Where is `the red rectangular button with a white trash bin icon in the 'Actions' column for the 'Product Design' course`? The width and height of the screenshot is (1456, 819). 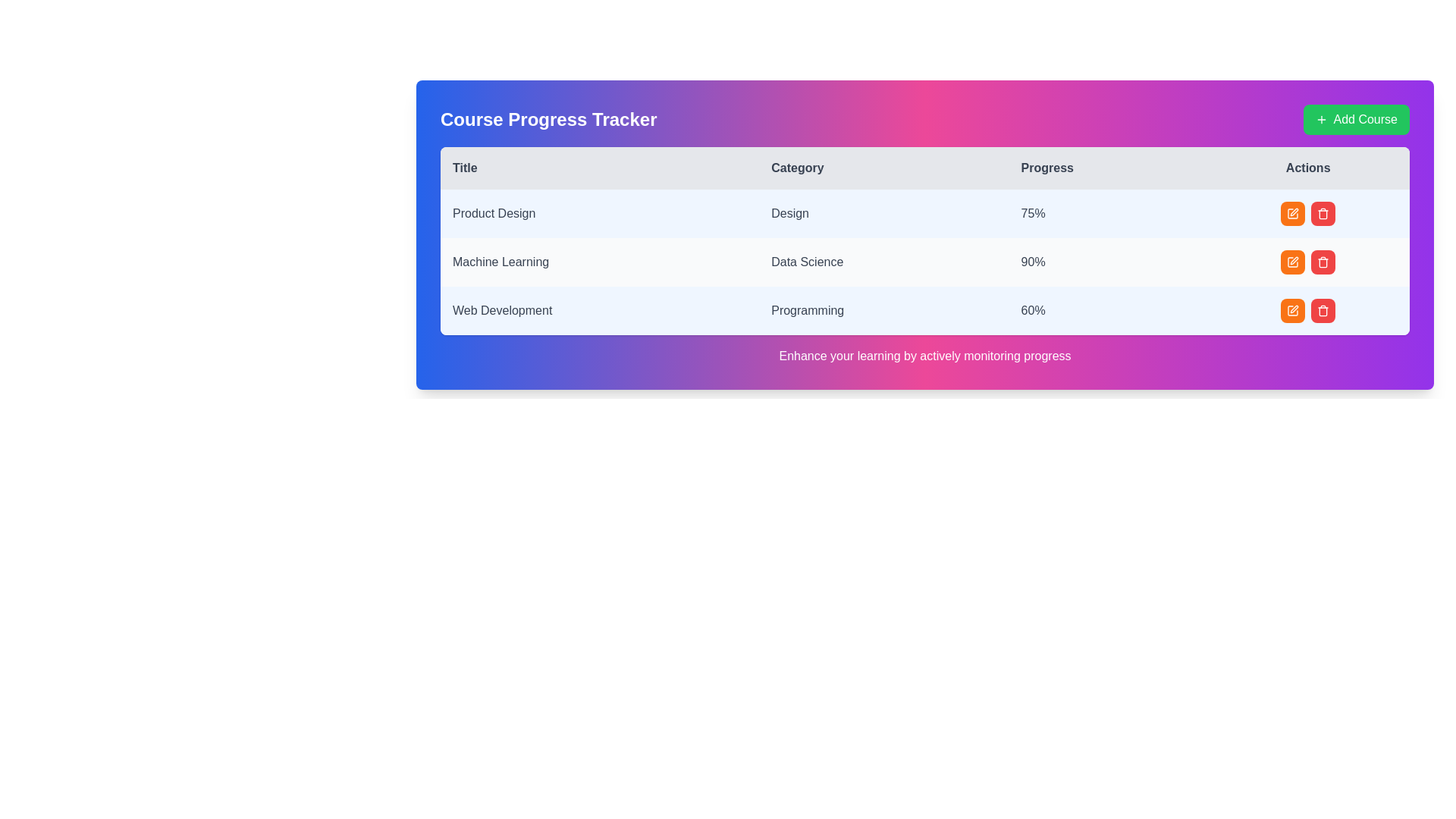
the red rectangular button with a white trash bin icon in the 'Actions' column for the 'Product Design' course is located at coordinates (1323, 213).